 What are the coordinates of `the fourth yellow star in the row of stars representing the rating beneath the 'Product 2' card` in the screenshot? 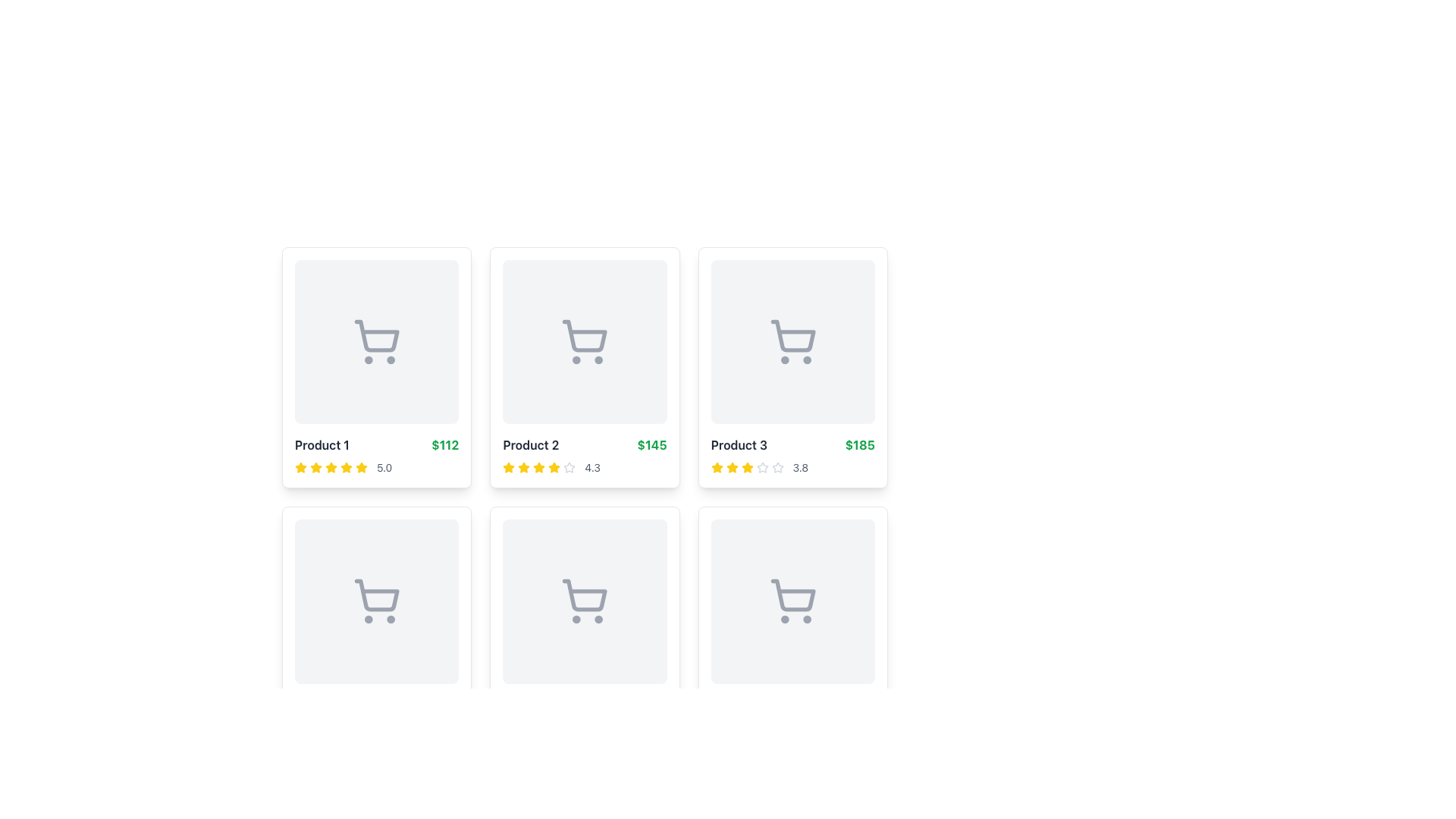 It's located at (539, 467).